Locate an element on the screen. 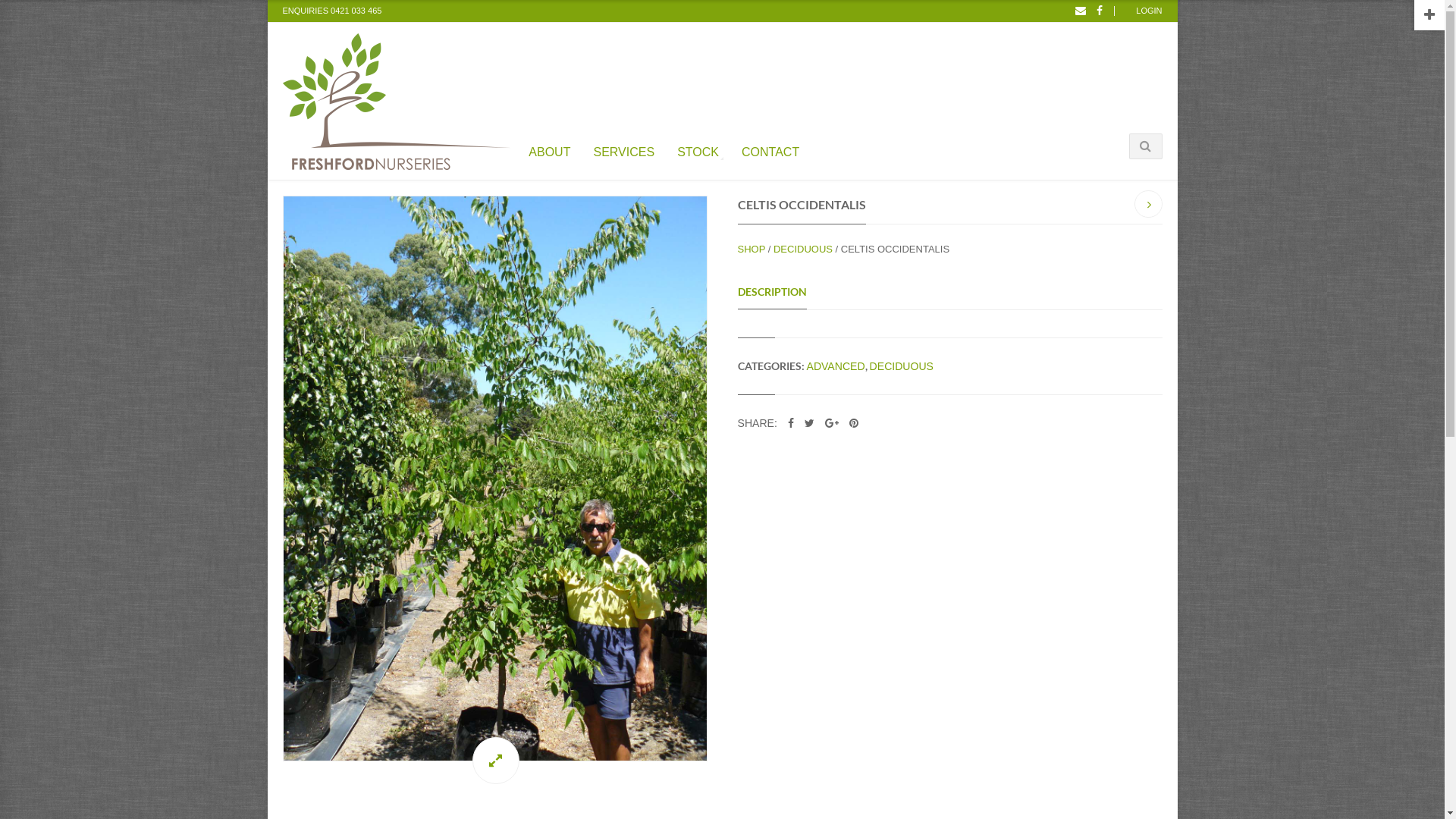  'ABOUT' is located at coordinates (548, 149).